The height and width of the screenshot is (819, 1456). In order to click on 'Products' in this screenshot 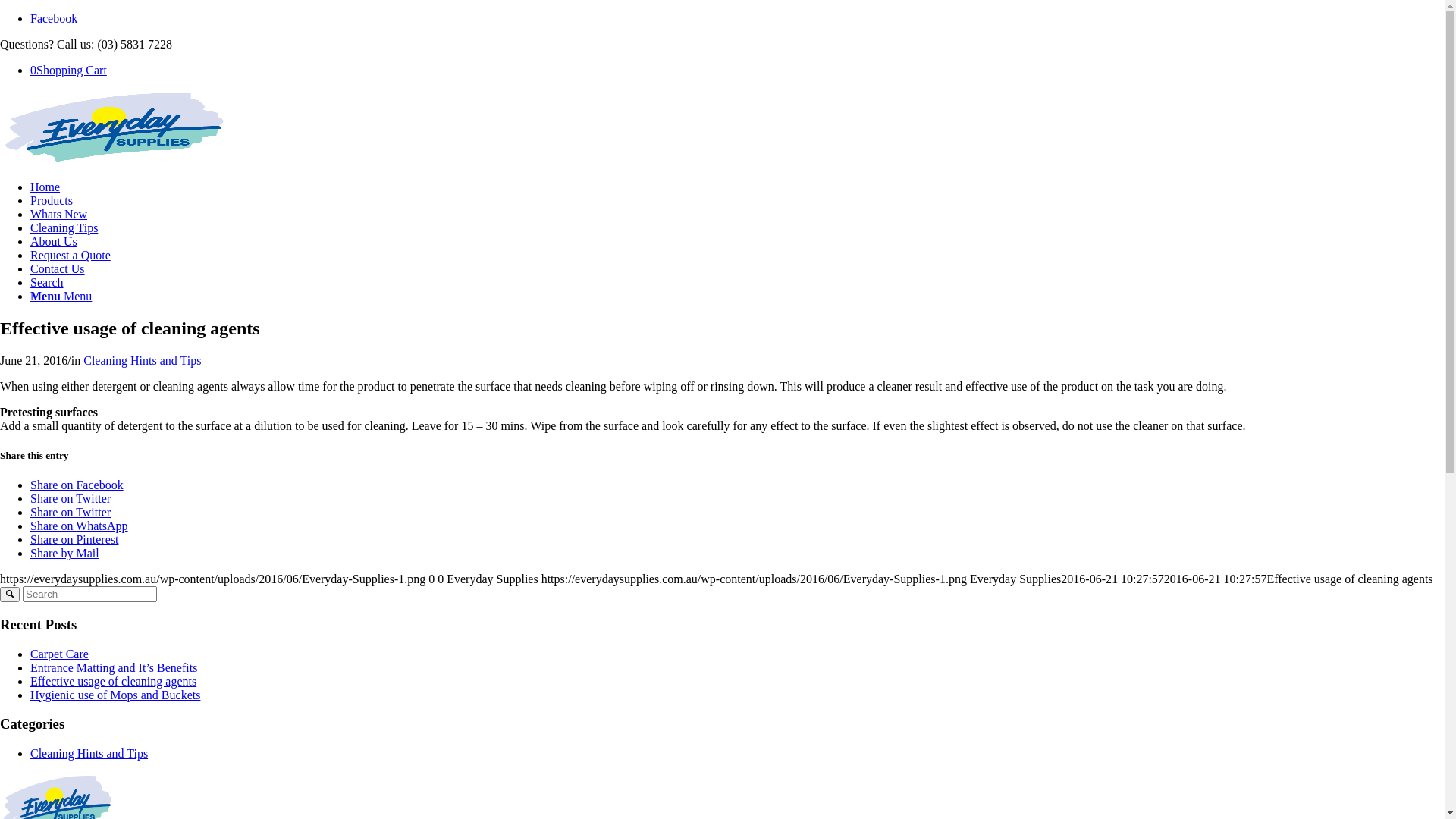, I will do `click(30, 199)`.